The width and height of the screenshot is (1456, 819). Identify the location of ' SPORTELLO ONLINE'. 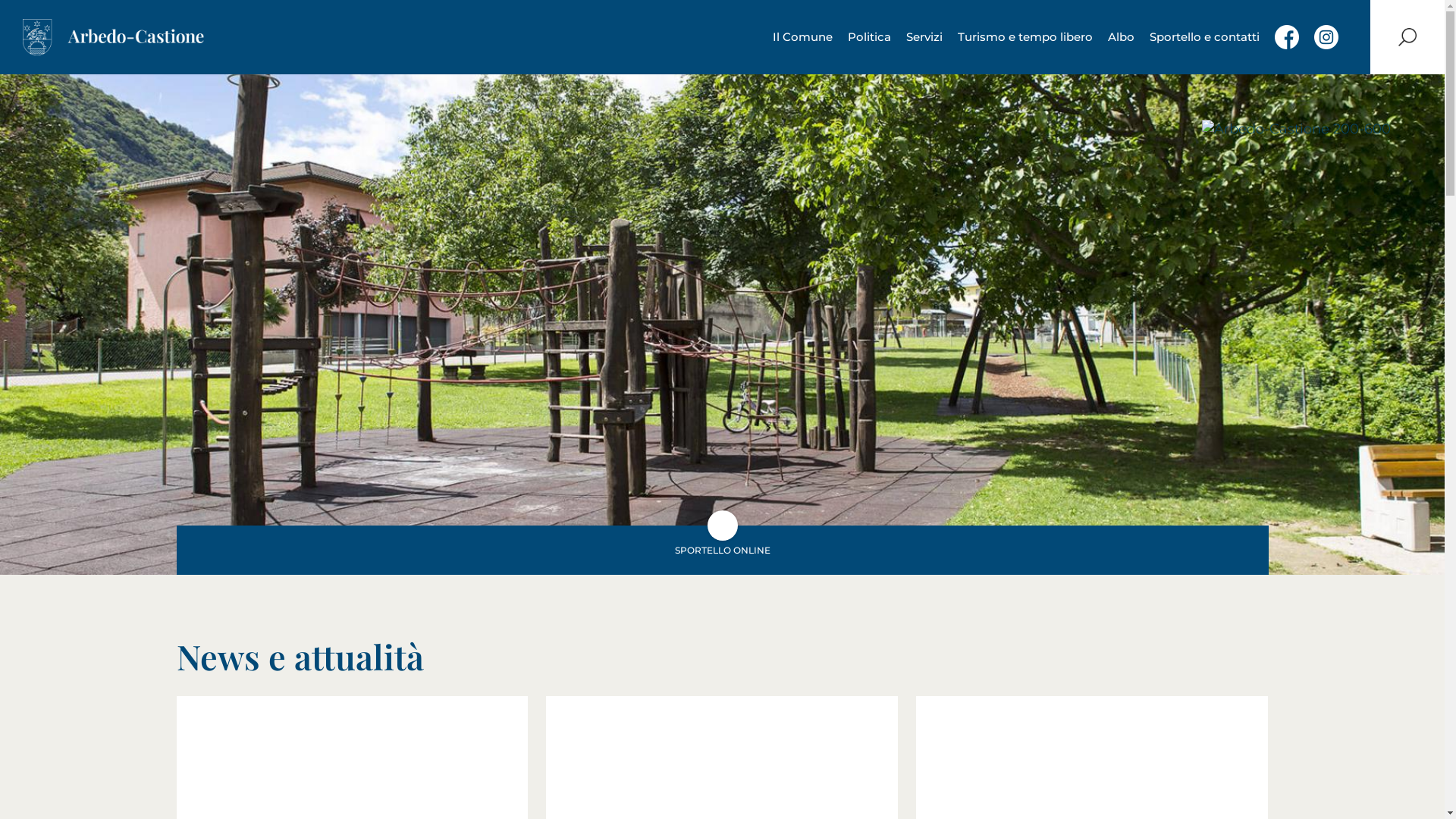
(720, 550).